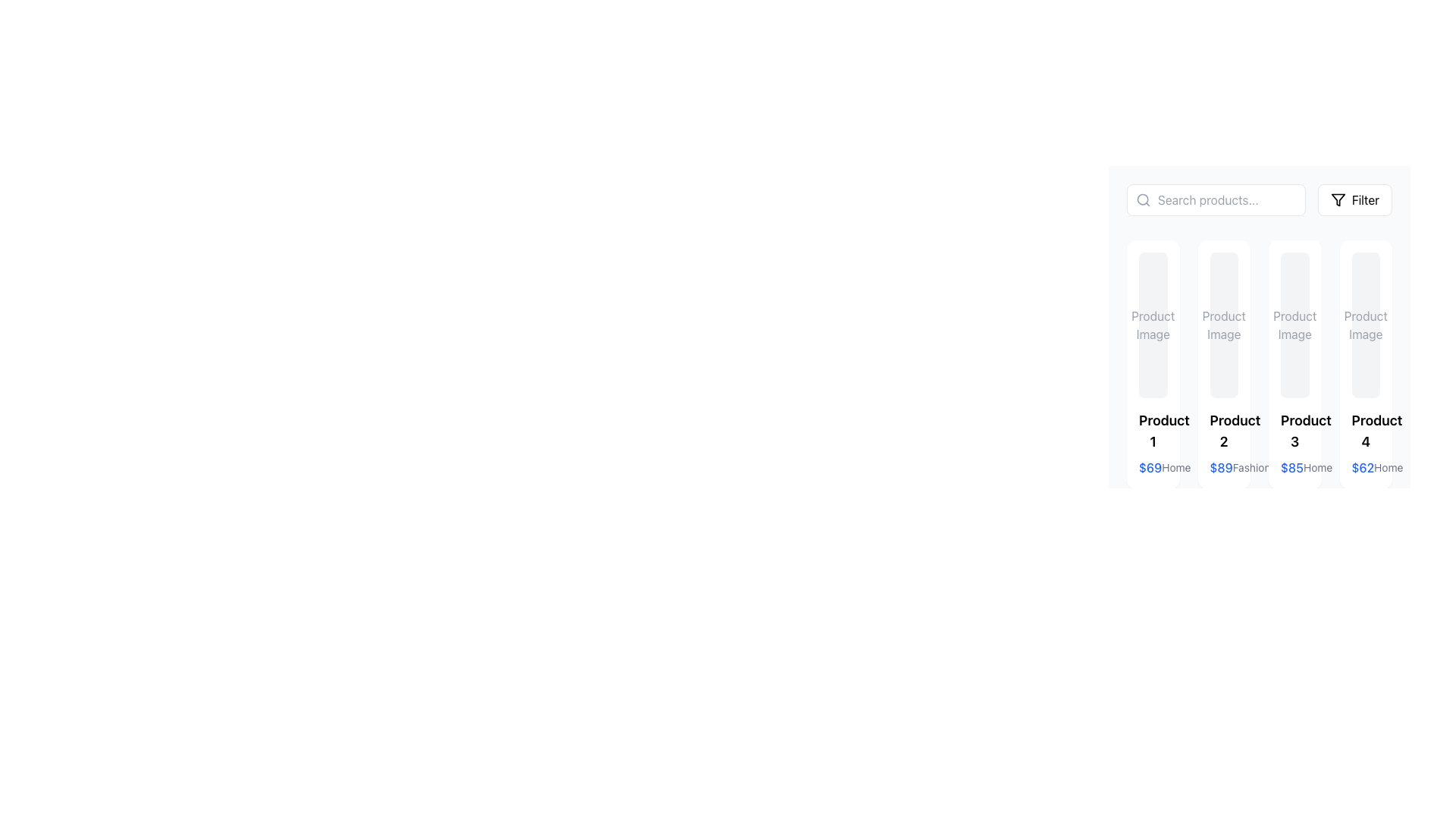  I want to click on the magnifying glass icon, which represents the search functionality, positioned to the left of the input field labeled 'Search products...', so click(1143, 199).